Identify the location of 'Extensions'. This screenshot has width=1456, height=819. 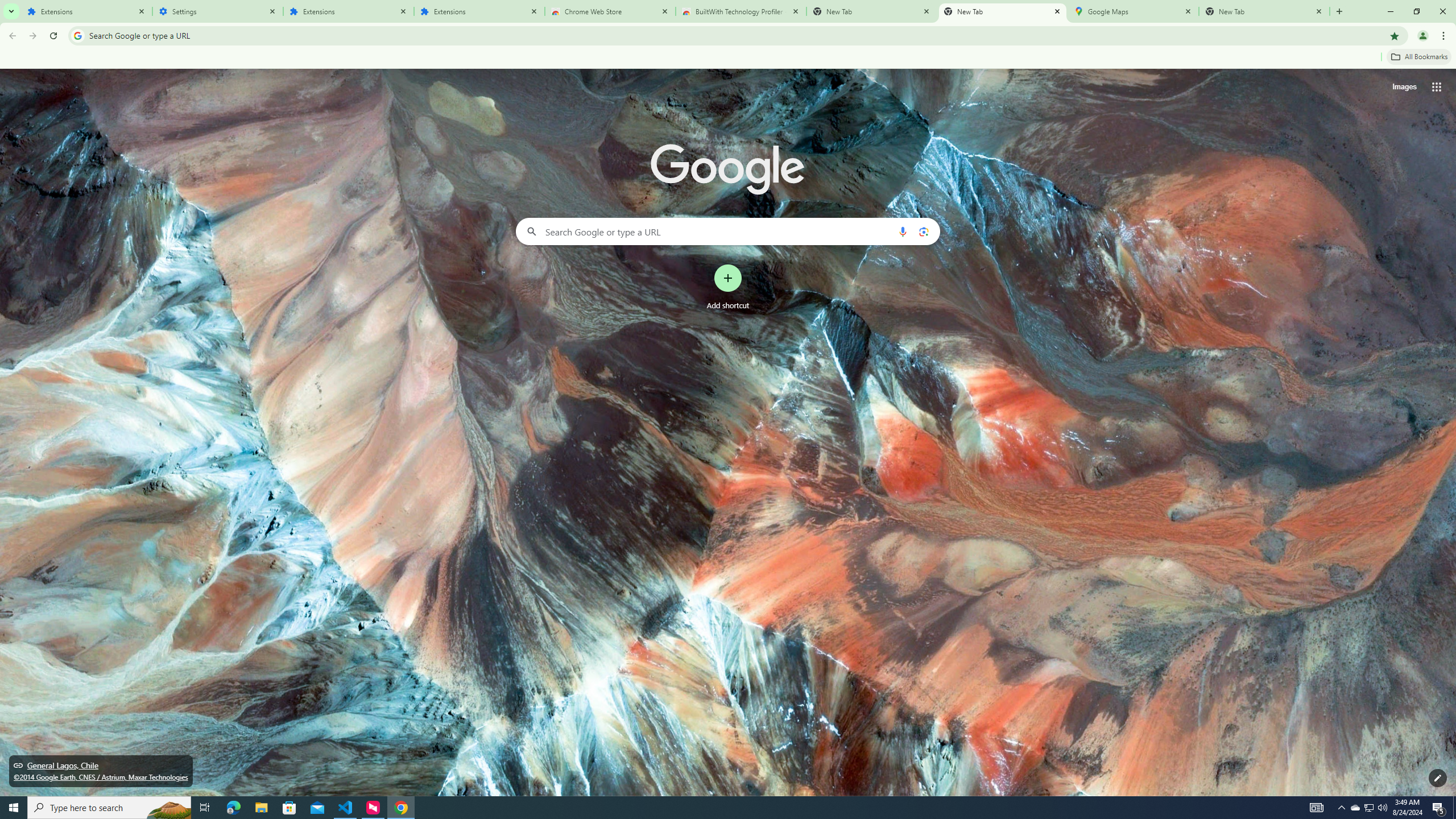
(86, 11).